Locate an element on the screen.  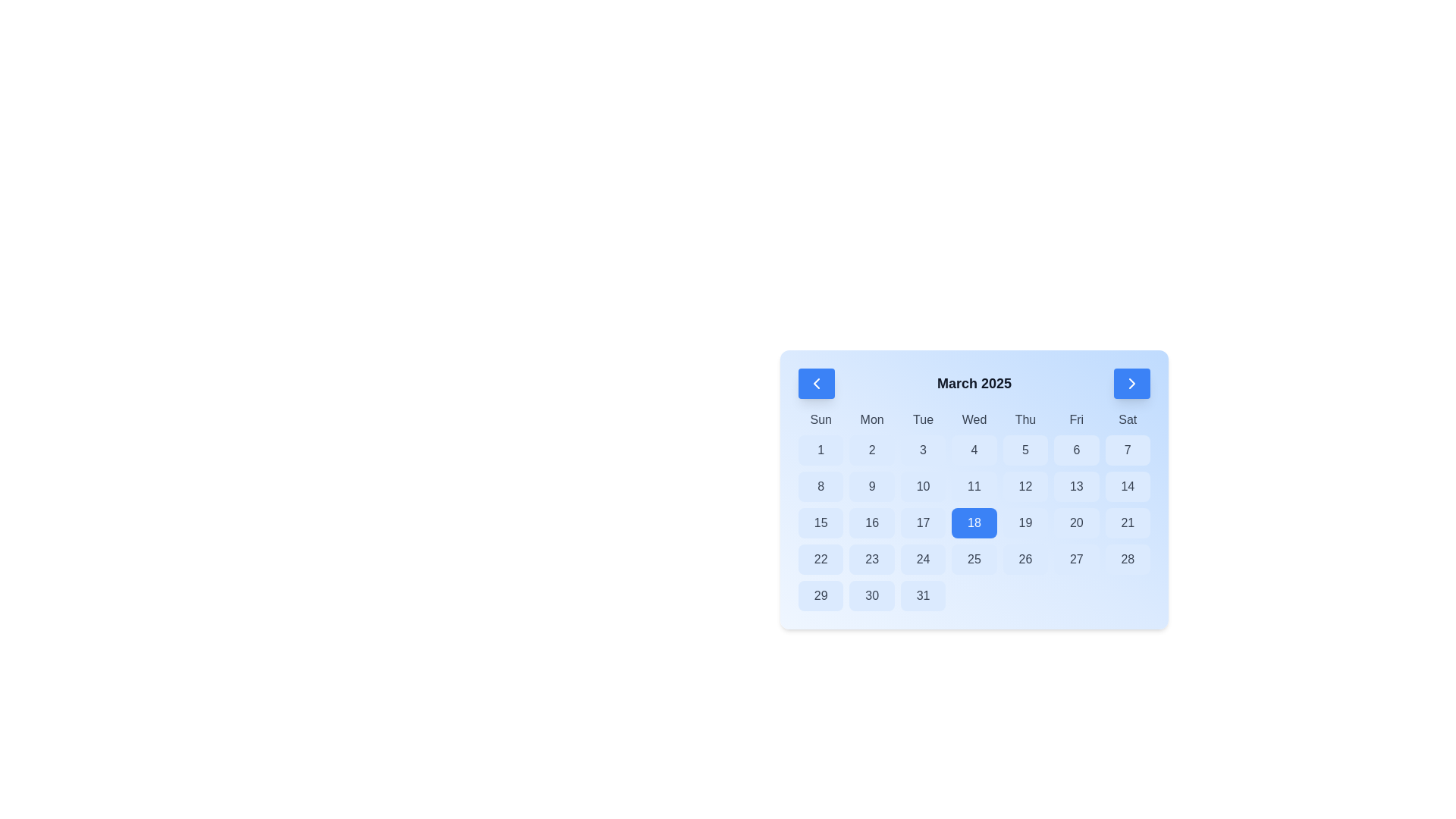
the small blue square button with rounded corners and a white chevron pointing left is located at coordinates (815, 382).